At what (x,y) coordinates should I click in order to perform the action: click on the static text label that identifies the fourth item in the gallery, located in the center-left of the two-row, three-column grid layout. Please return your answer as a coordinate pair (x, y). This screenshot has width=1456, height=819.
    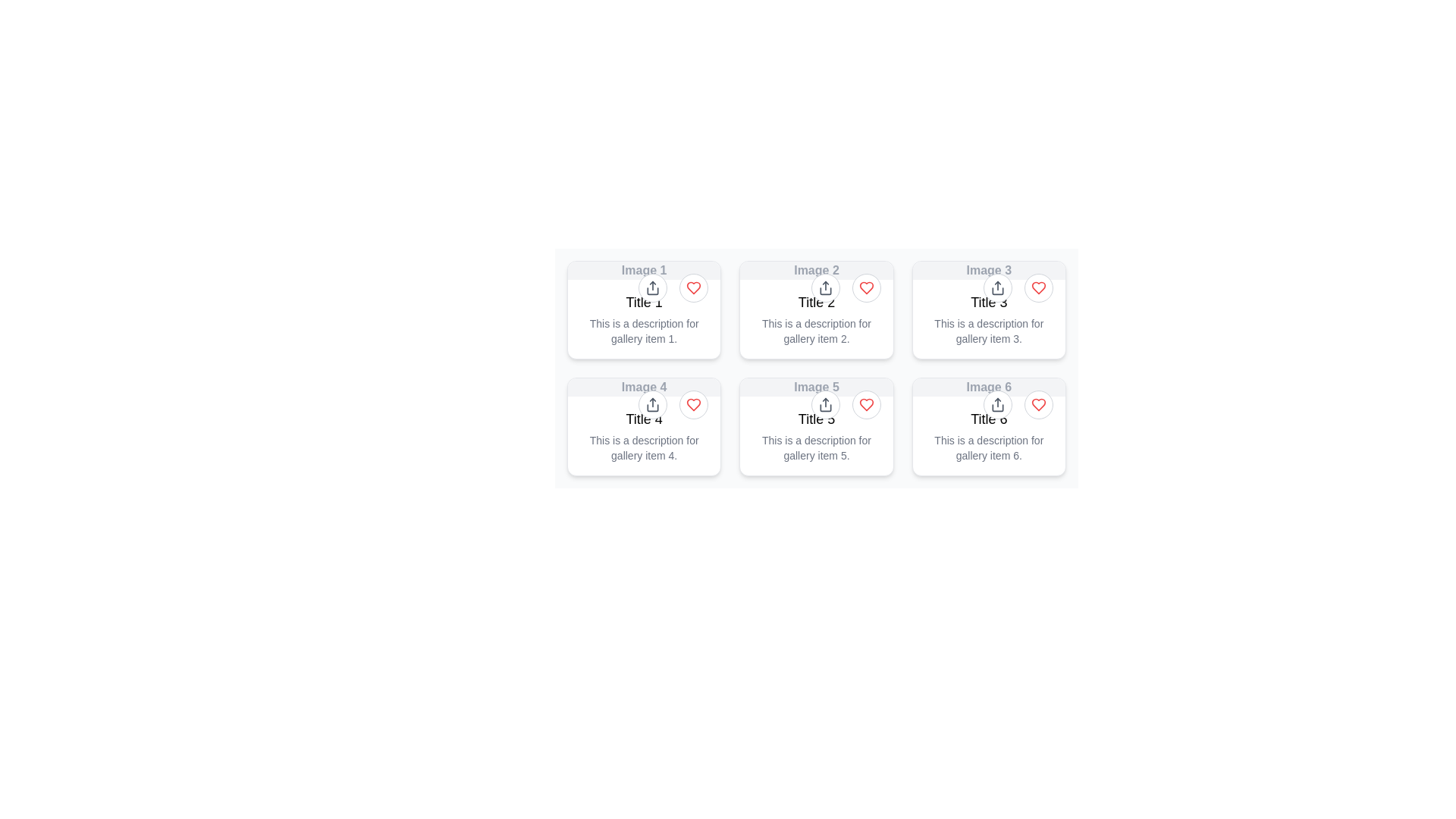
    Looking at the image, I should click on (644, 386).